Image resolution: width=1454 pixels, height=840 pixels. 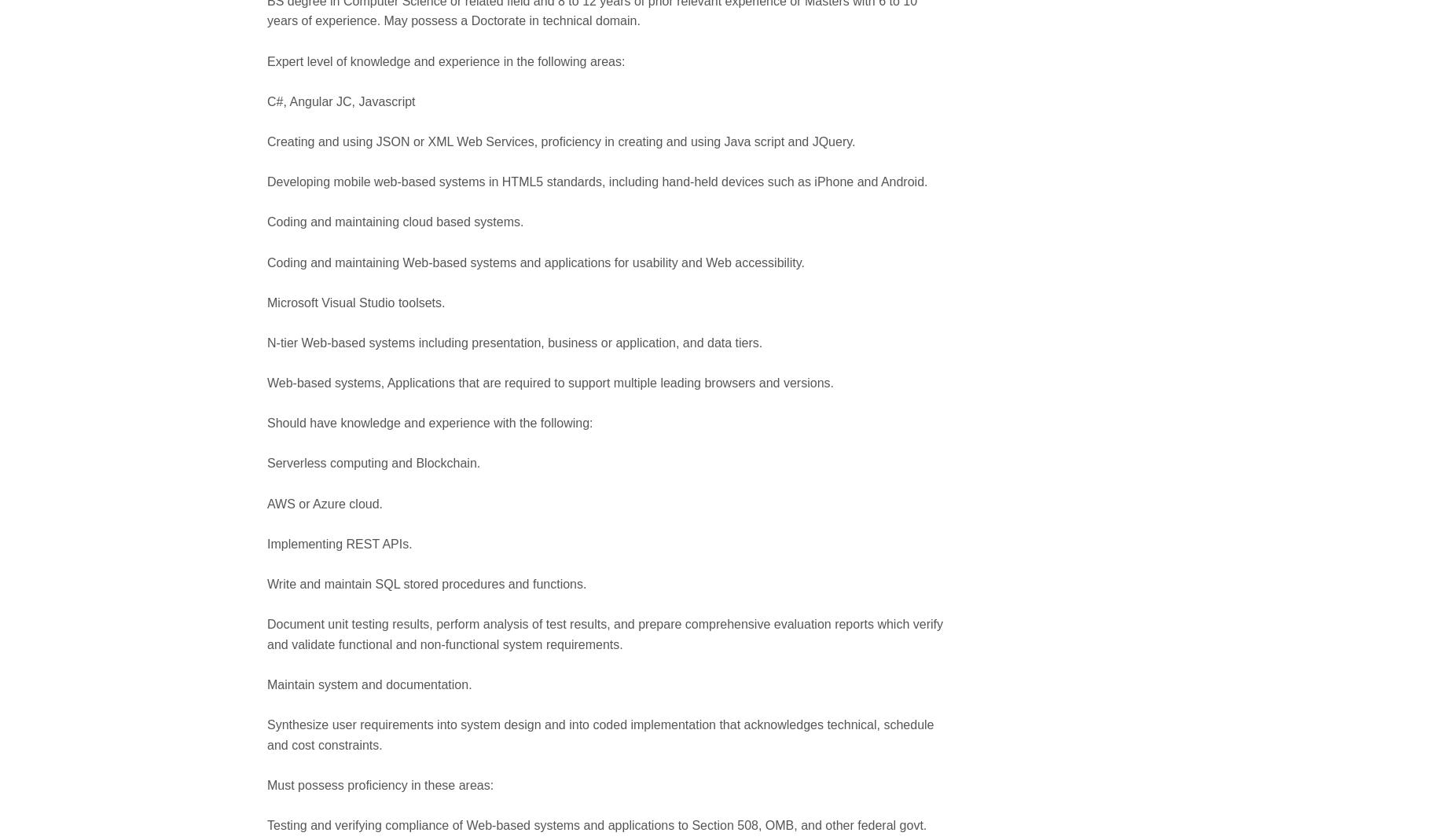 I want to click on 'Coding and maintaining cloud based systems.', so click(x=395, y=221).